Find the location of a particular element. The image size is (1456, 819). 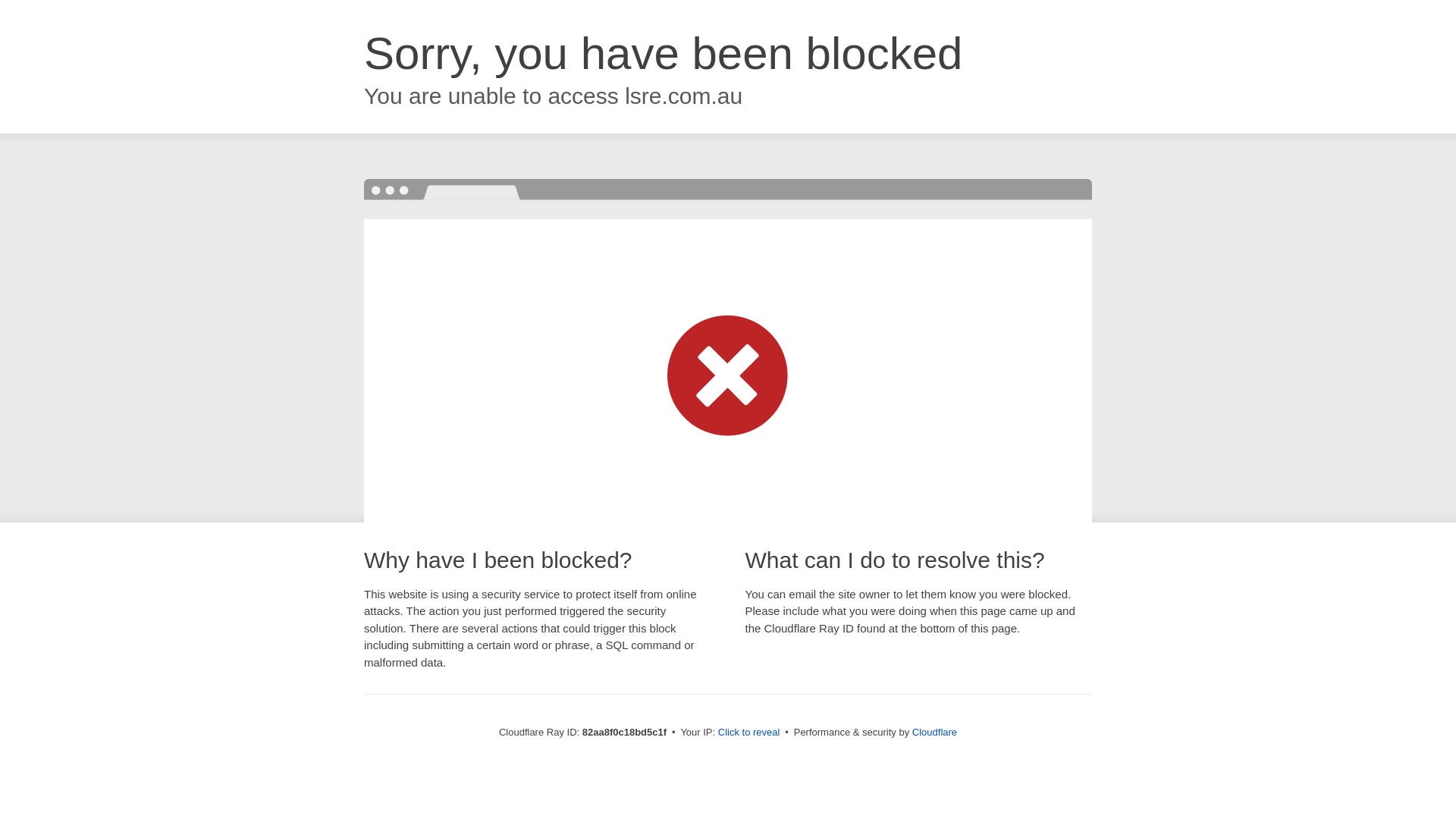

'Click to reveal' is located at coordinates (717, 731).